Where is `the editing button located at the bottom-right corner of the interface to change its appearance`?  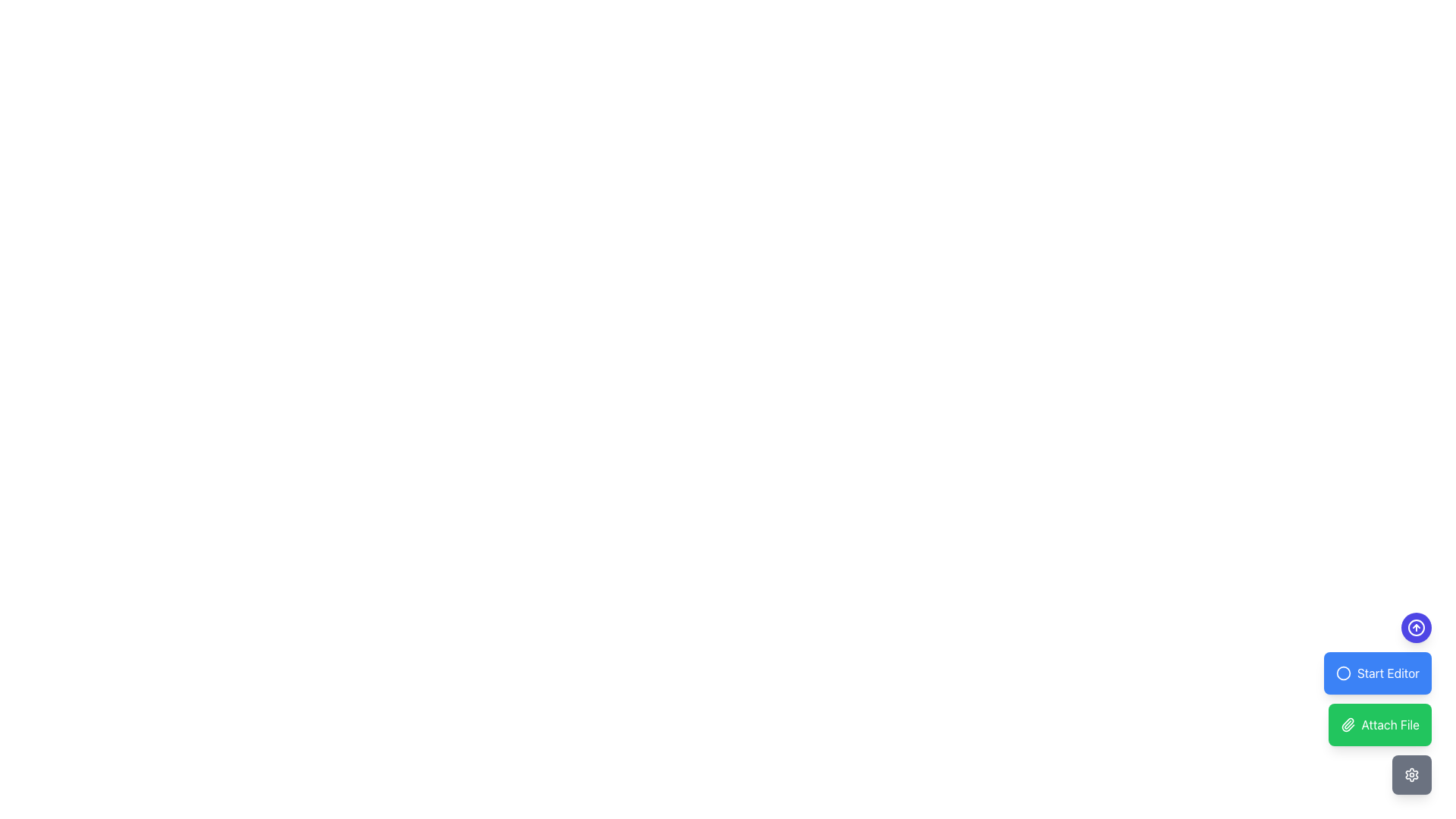 the editing button located at the bottom-right corner of the interface to change its appearance is located at coordinates (1377, 672).